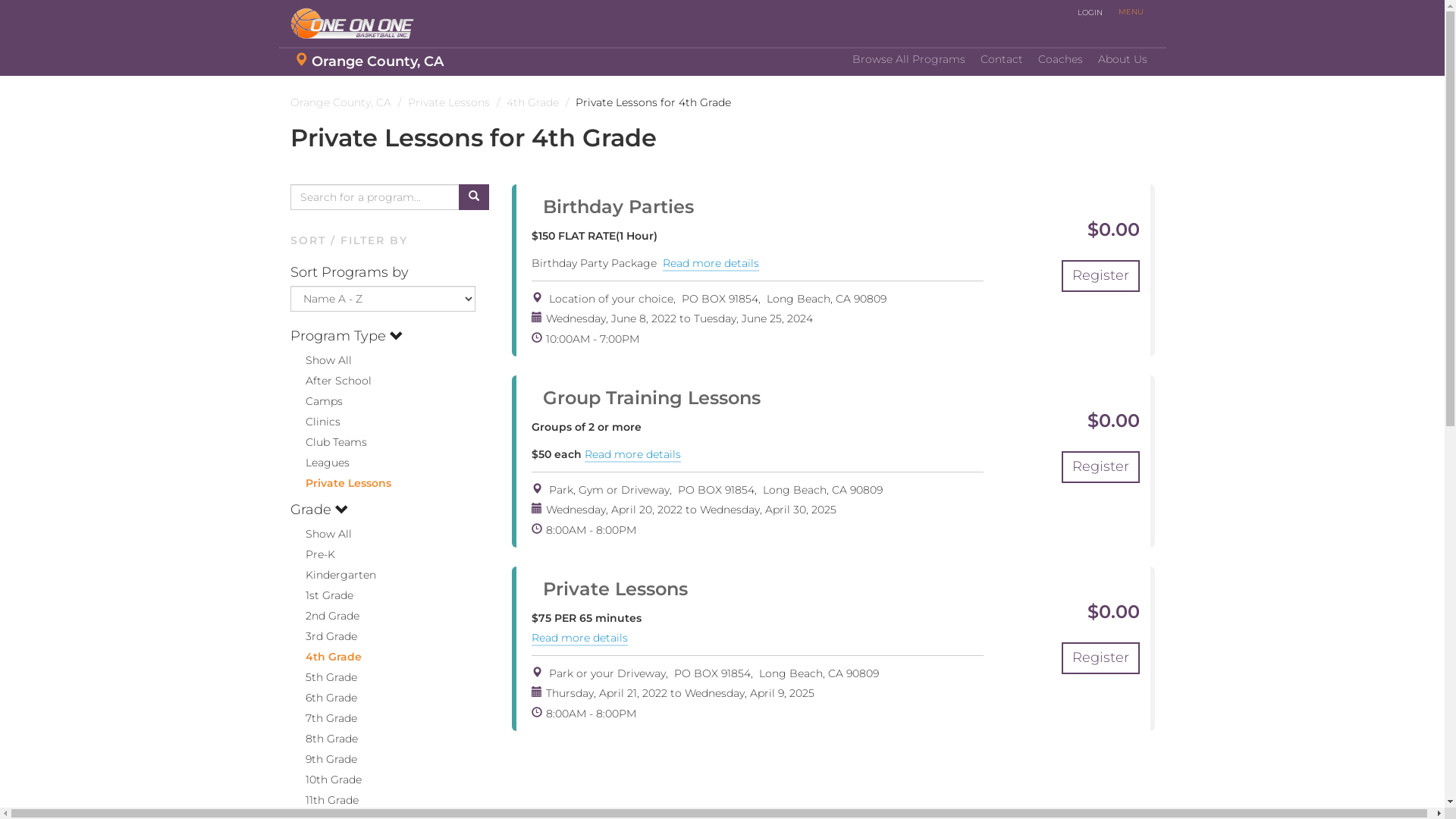 The width and height of the screenshot is (1456, 819). What do you see at coordinates (356, 23) in the screenshot?
I see `'Home'` at bounding box center [356, 23].